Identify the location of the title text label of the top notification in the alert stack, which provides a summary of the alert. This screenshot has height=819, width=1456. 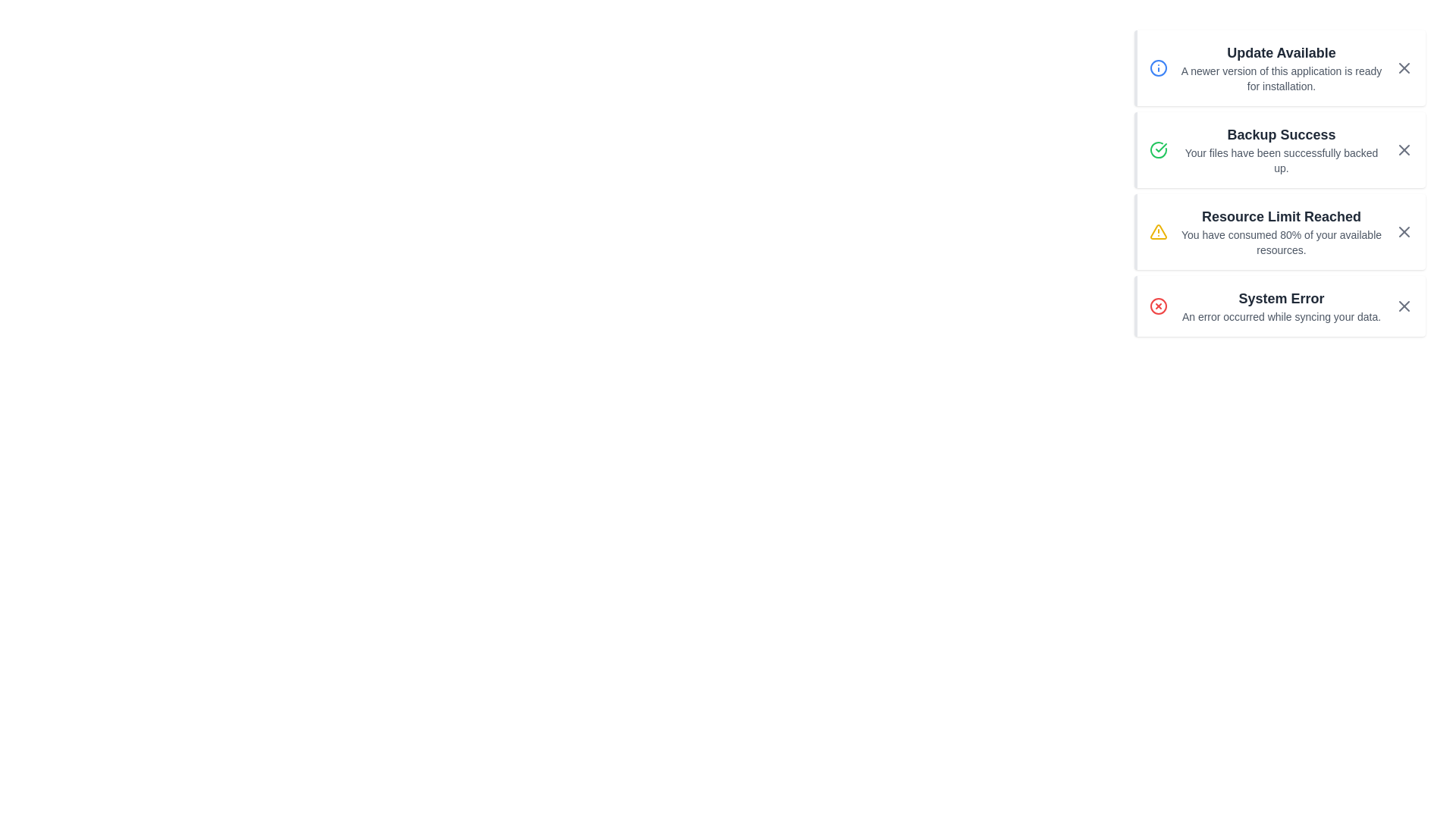
(1280, 52).